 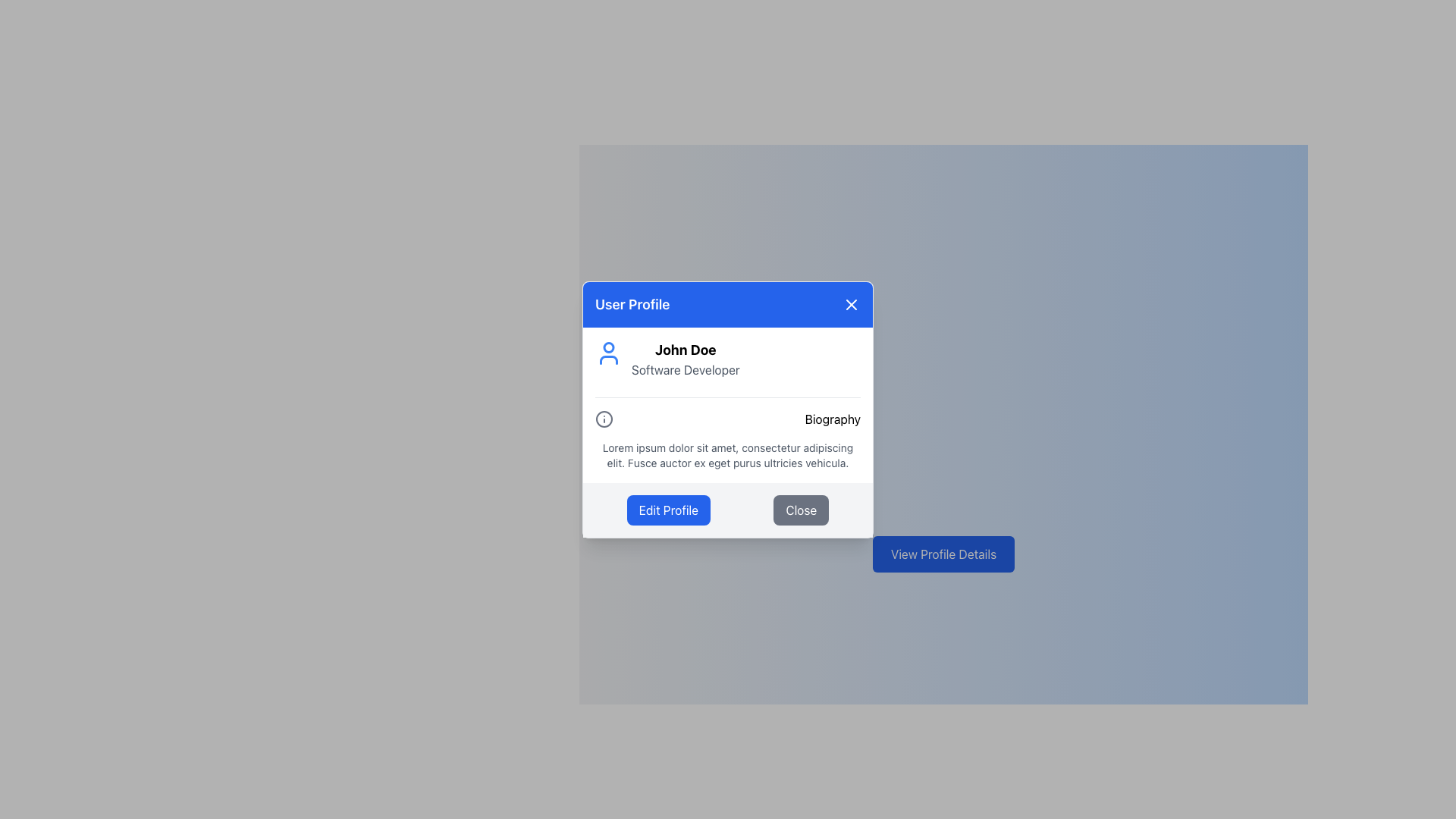 I want to click on the Text Display element that shows 'John Doe' and 'Software Developer', located at the top left of the dialog box, next to a person icon, so click(x=685, y=359).